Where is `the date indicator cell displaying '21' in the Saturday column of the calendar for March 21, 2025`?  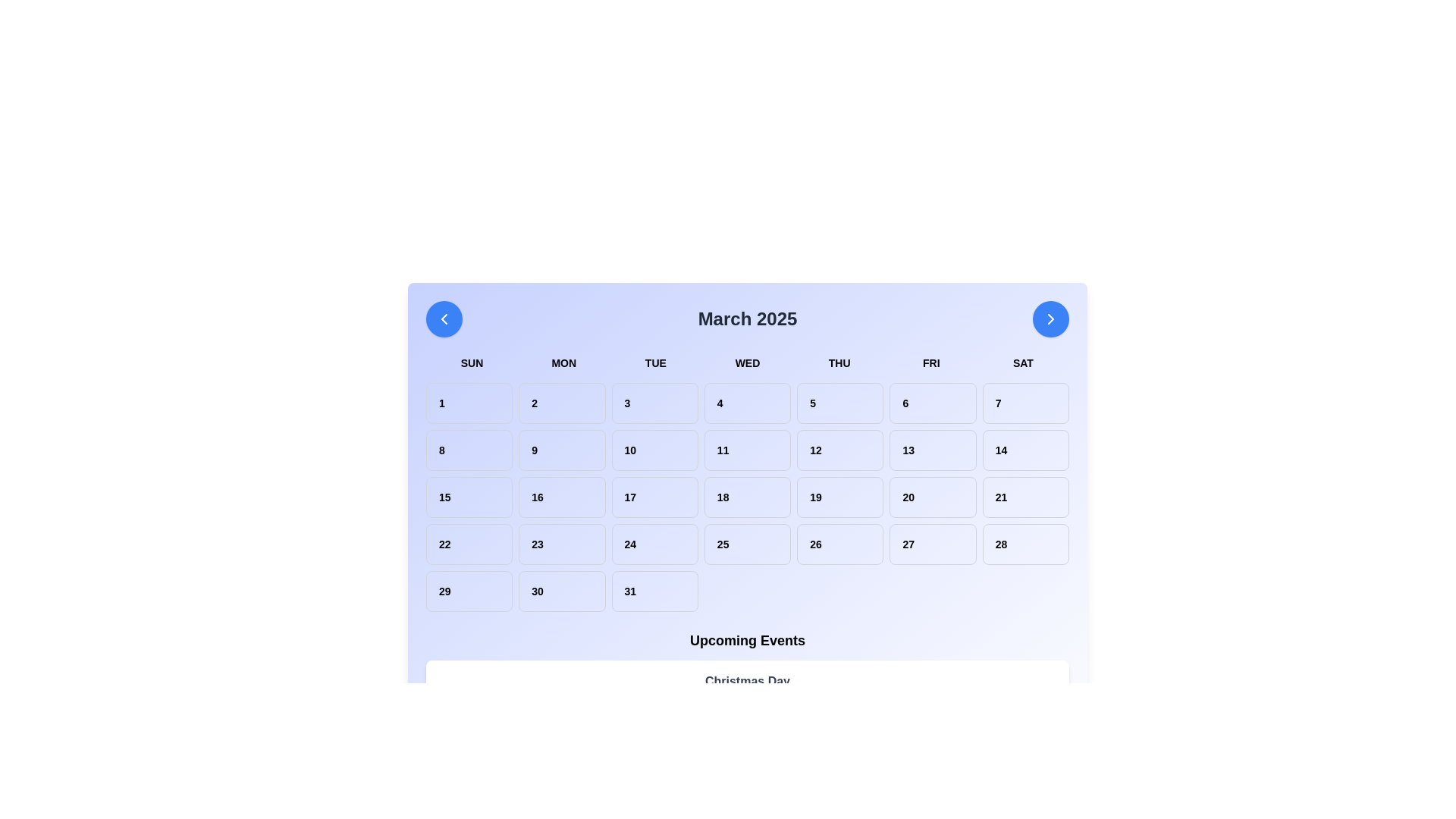
the date indicator cell displaying '21' in the Saturday column of the calendar for March 21, 2025 is located at coordinates (1025, 497).